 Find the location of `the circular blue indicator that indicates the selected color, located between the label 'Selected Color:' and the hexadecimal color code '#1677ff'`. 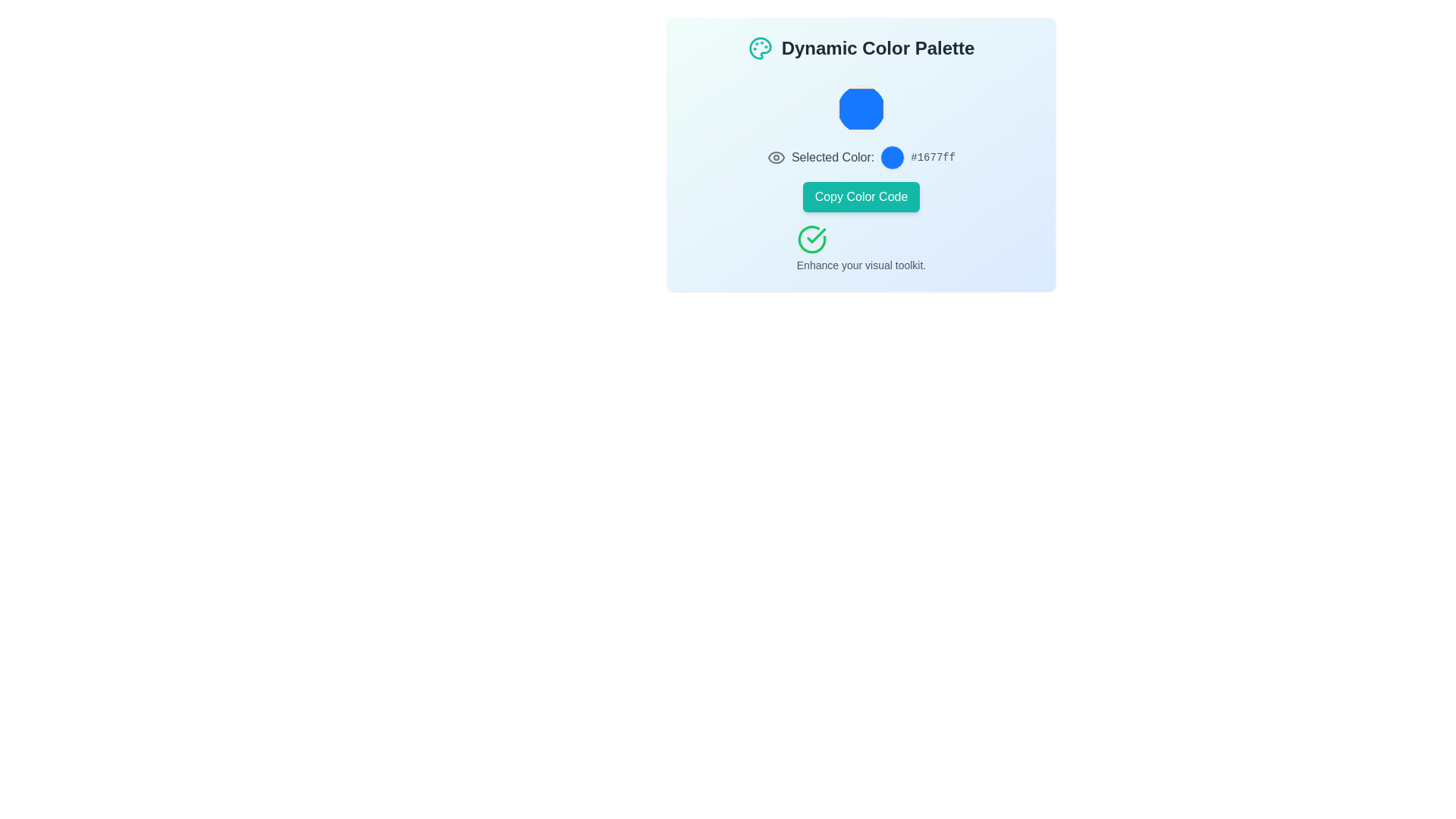

the circular blue indicator that indicates the selected color, located between the label 'Selected Color:' and the hexadecimal color code '#1677ff' is located at coordinates (893, 158).